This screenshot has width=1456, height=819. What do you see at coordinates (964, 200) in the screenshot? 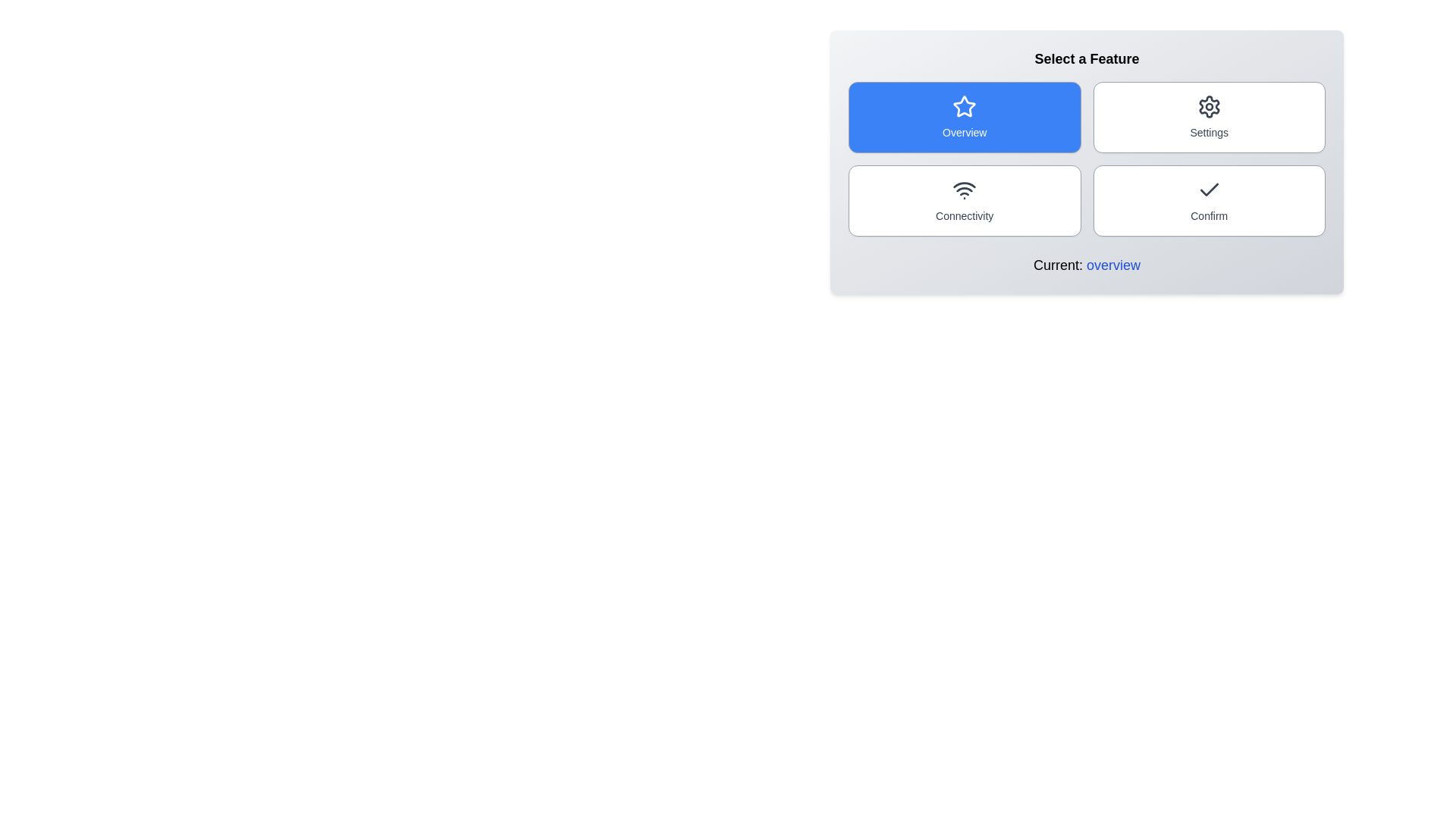
I see `the button corresponding to the feature connectivity` at bounding box center [964, 200].